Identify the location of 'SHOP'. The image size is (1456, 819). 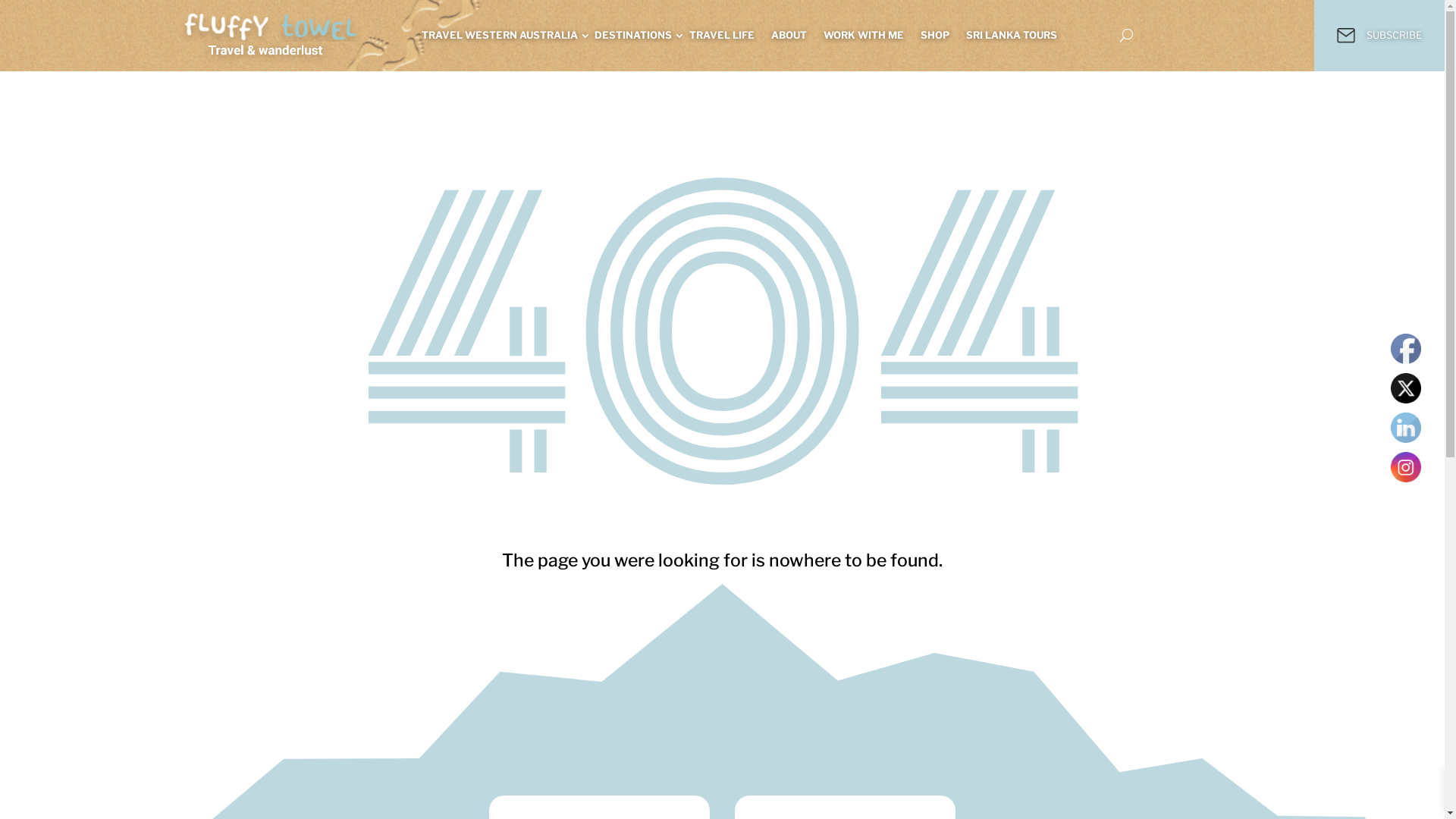
(920, 34).